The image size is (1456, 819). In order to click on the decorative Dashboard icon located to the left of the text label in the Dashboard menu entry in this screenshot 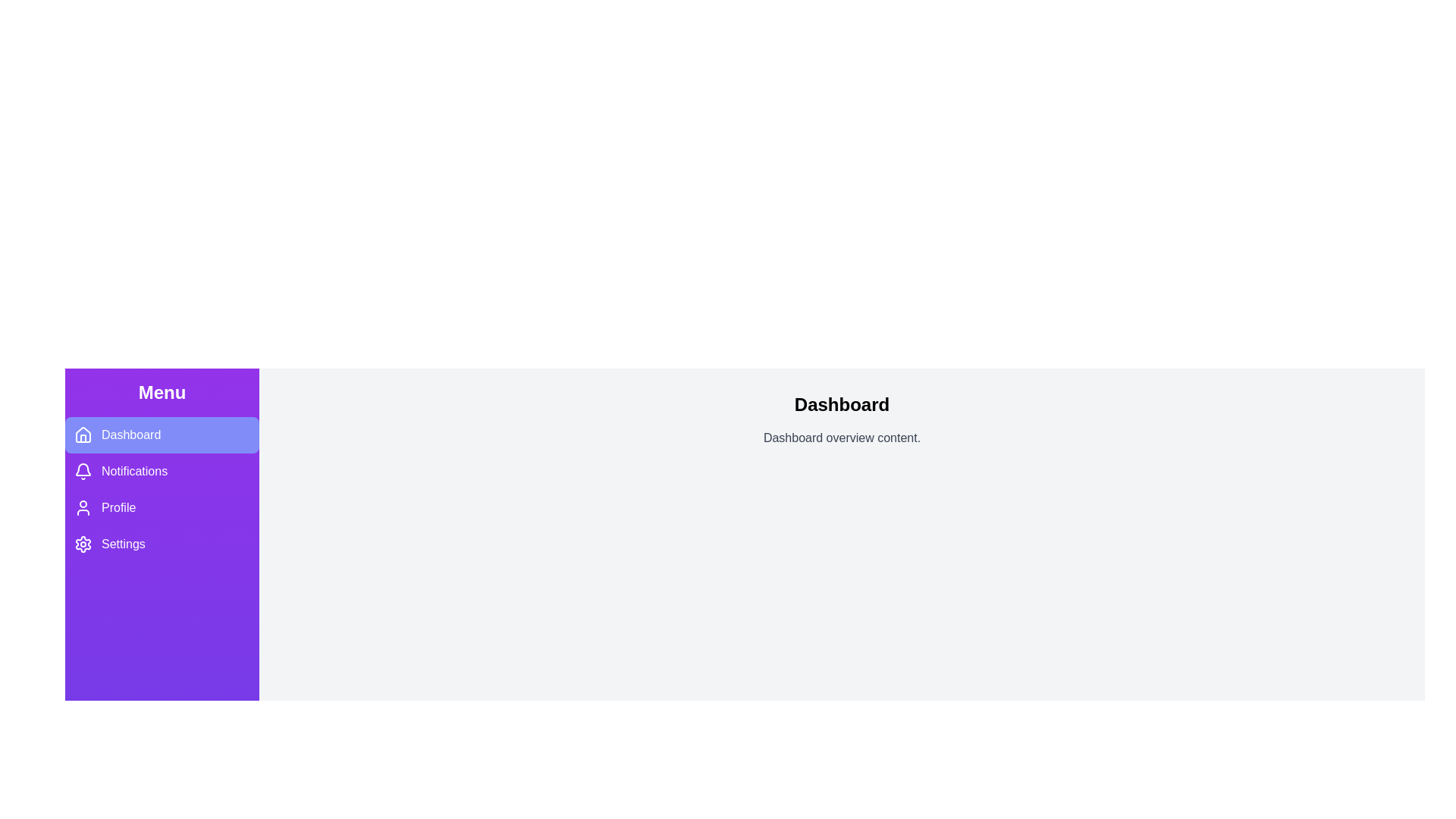, I will do `click(83, 435)`.